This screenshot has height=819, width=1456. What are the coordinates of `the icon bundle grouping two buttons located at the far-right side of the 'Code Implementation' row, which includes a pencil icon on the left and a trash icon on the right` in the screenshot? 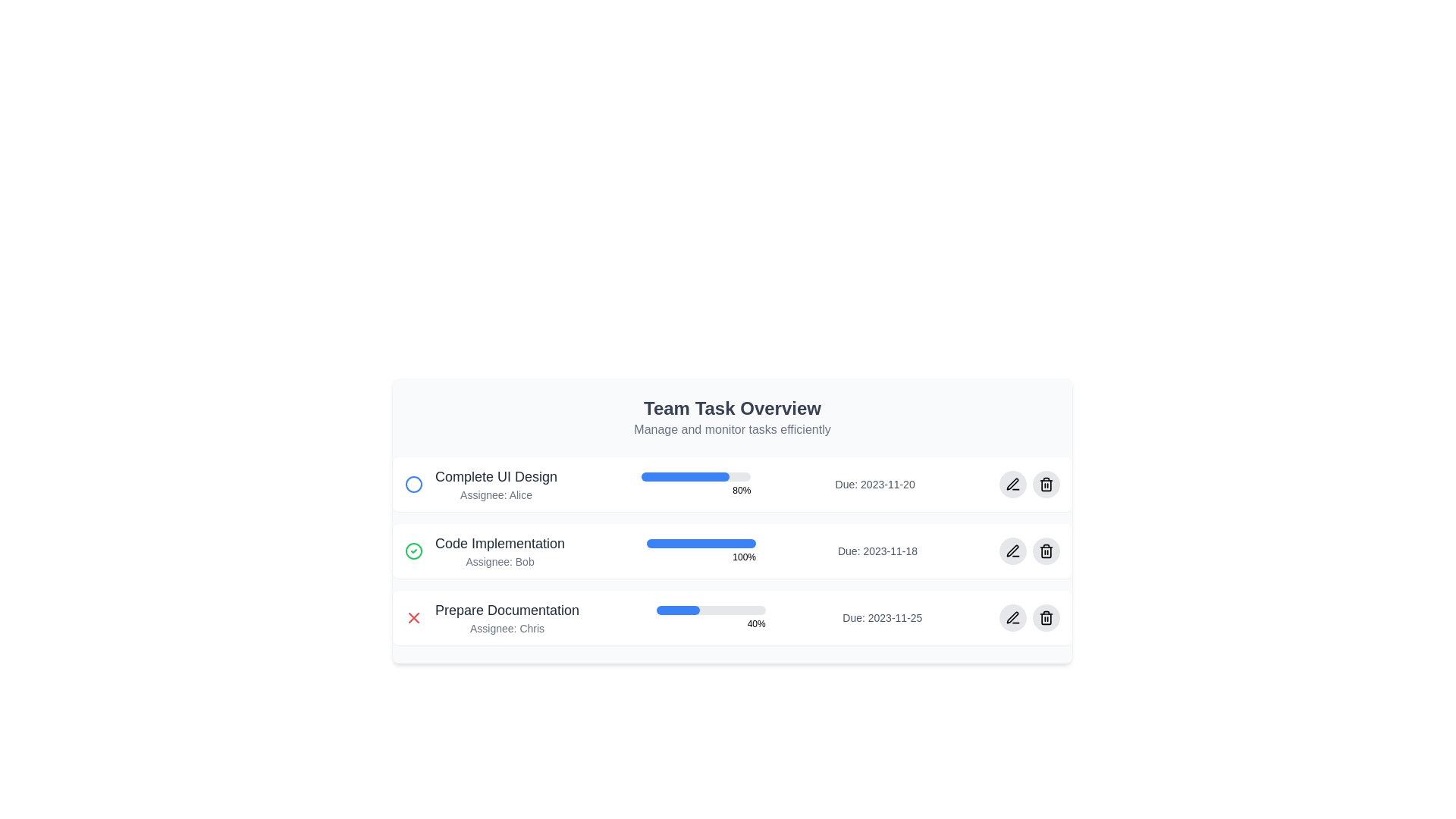 It's located at (1030, 551).